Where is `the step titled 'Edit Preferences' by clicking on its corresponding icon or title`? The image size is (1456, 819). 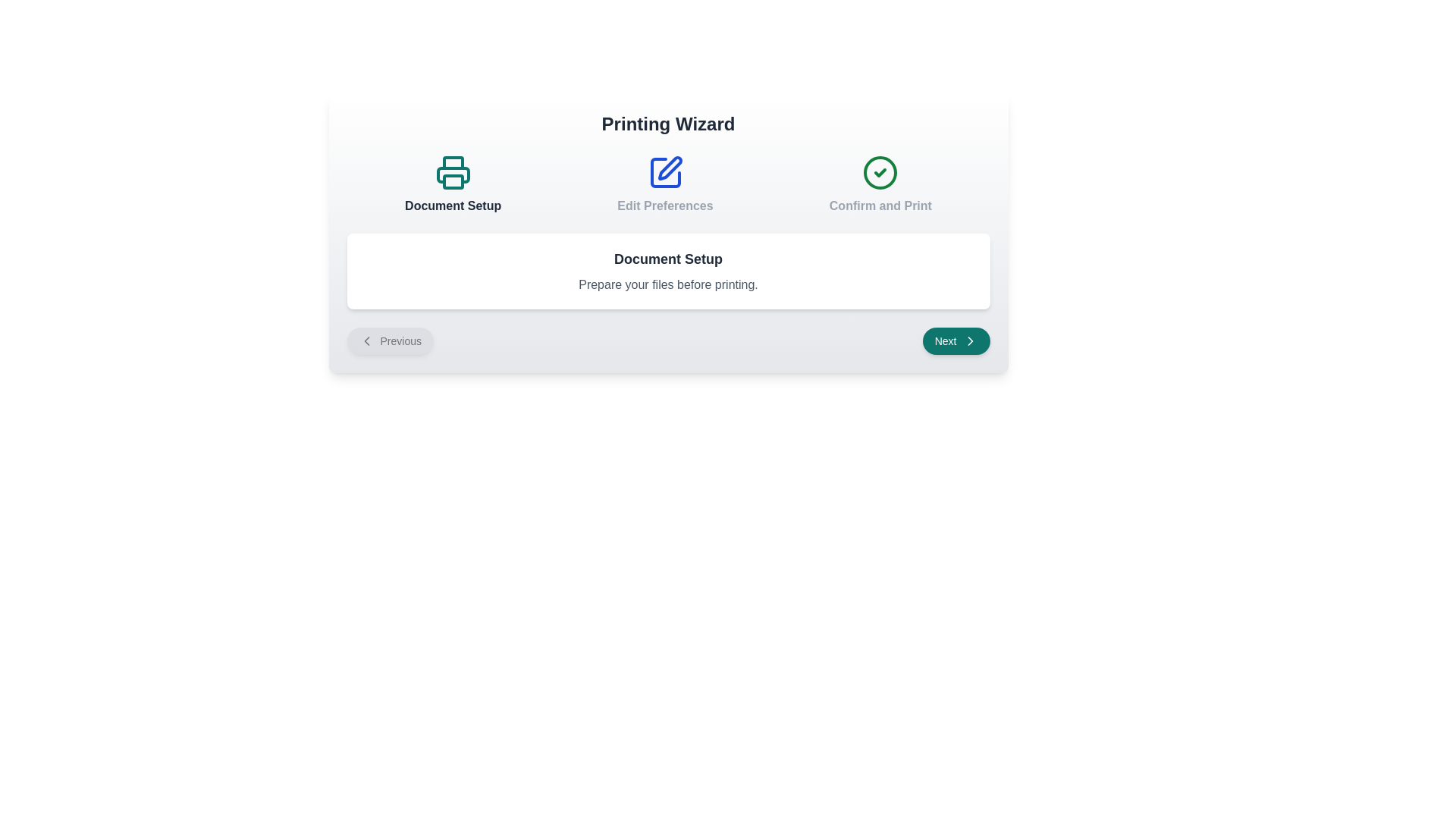 the step titled 'Edit Preferences' by clicking on its corresponding icon or title is located at coordinates (665, 184).